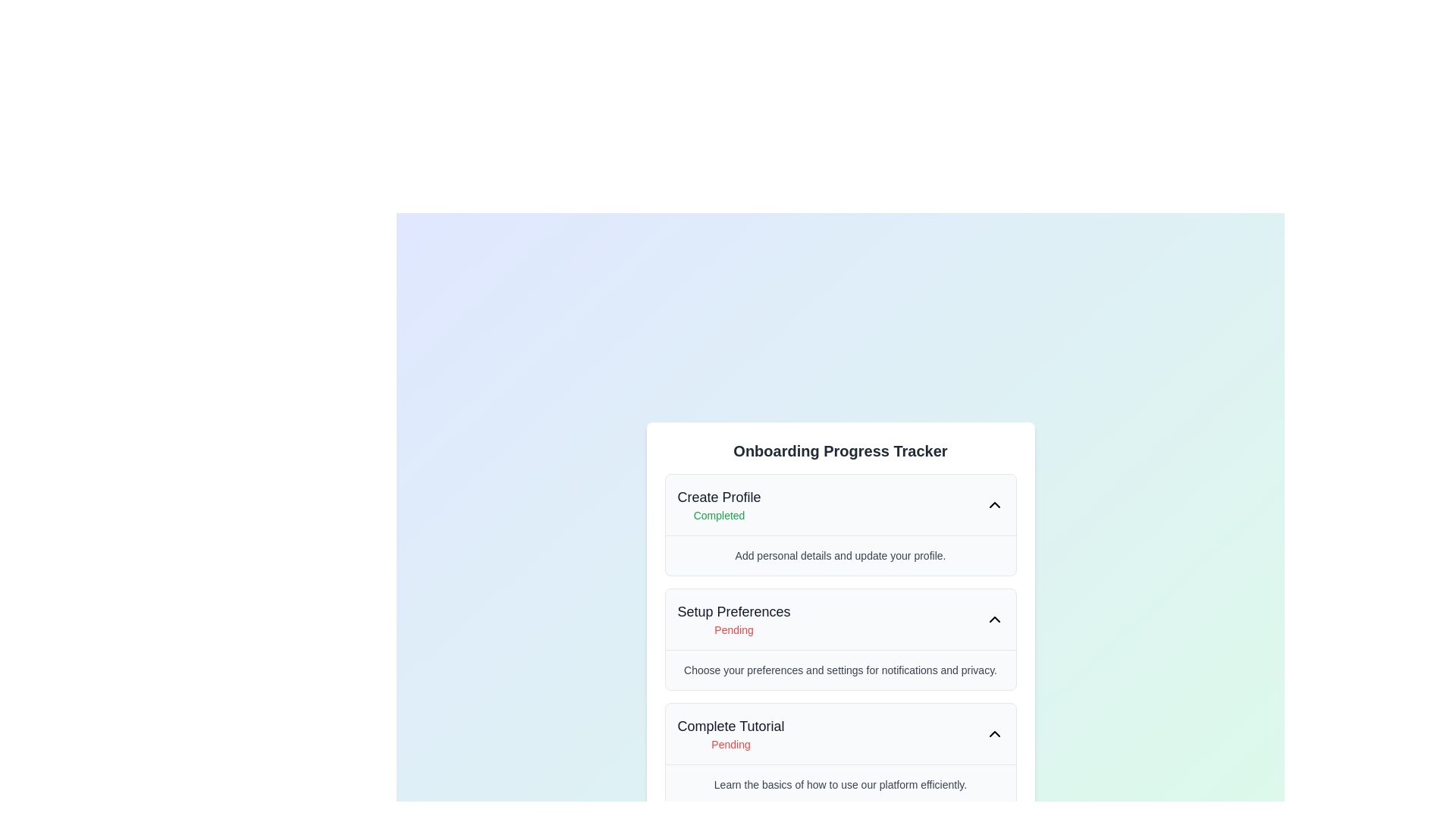 The width and height of the screenshot is (1456, 819). What do you see at coordinates (718, 497) in the screenshot?
I see `the static text label indicating 'Create Profile' in the onboarding progress tracker, located near the top of the list-style component within the white card` at bounding box center [718, 497].